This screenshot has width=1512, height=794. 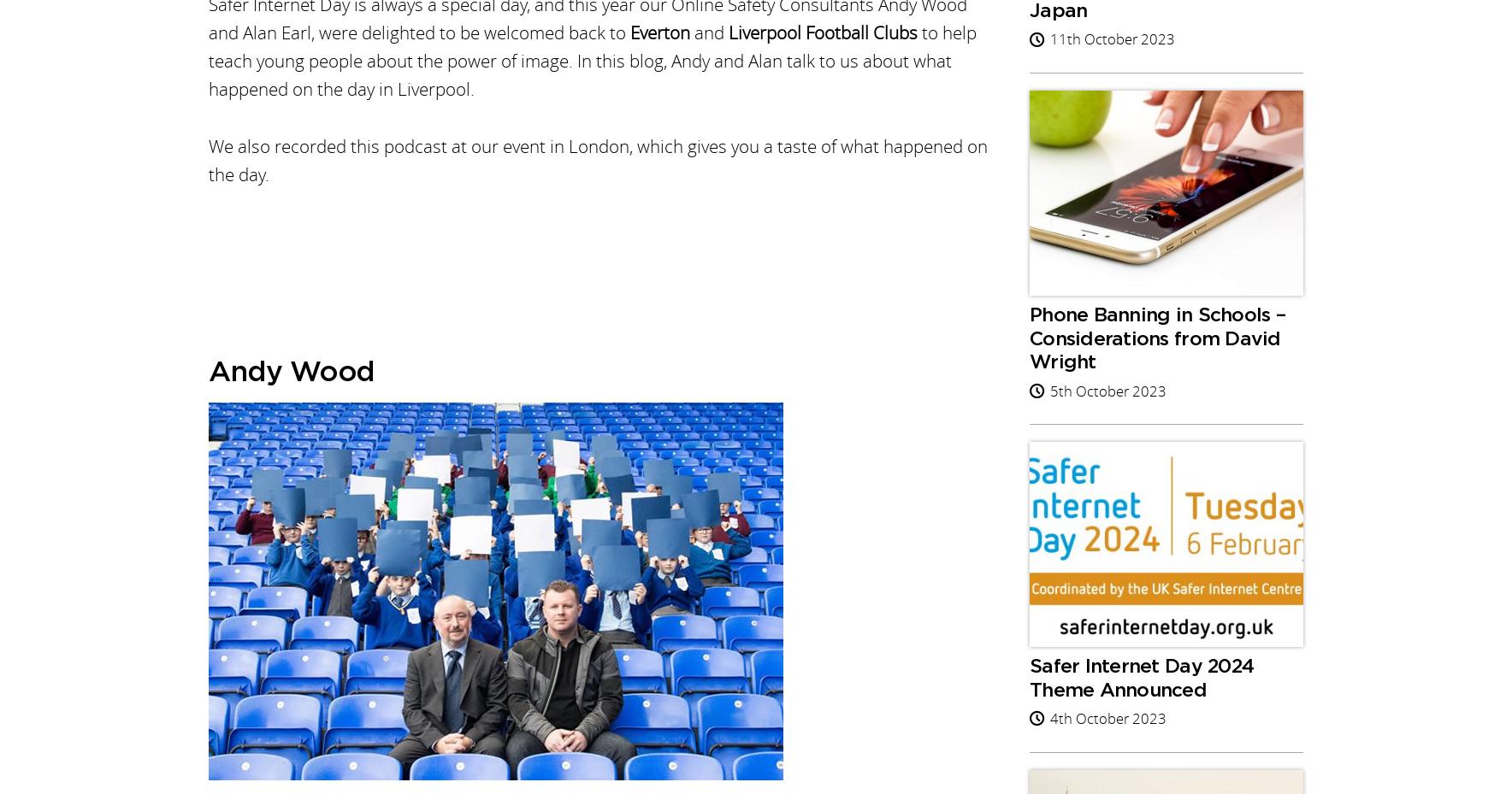 What do you see at coordinates (448, 590) in the screenshot?
I see `'Subscribe to our monthly newsletter for the latest news, content and tips about Online Safety, Security, and Education Technology'` at bounding box center [448, 590].